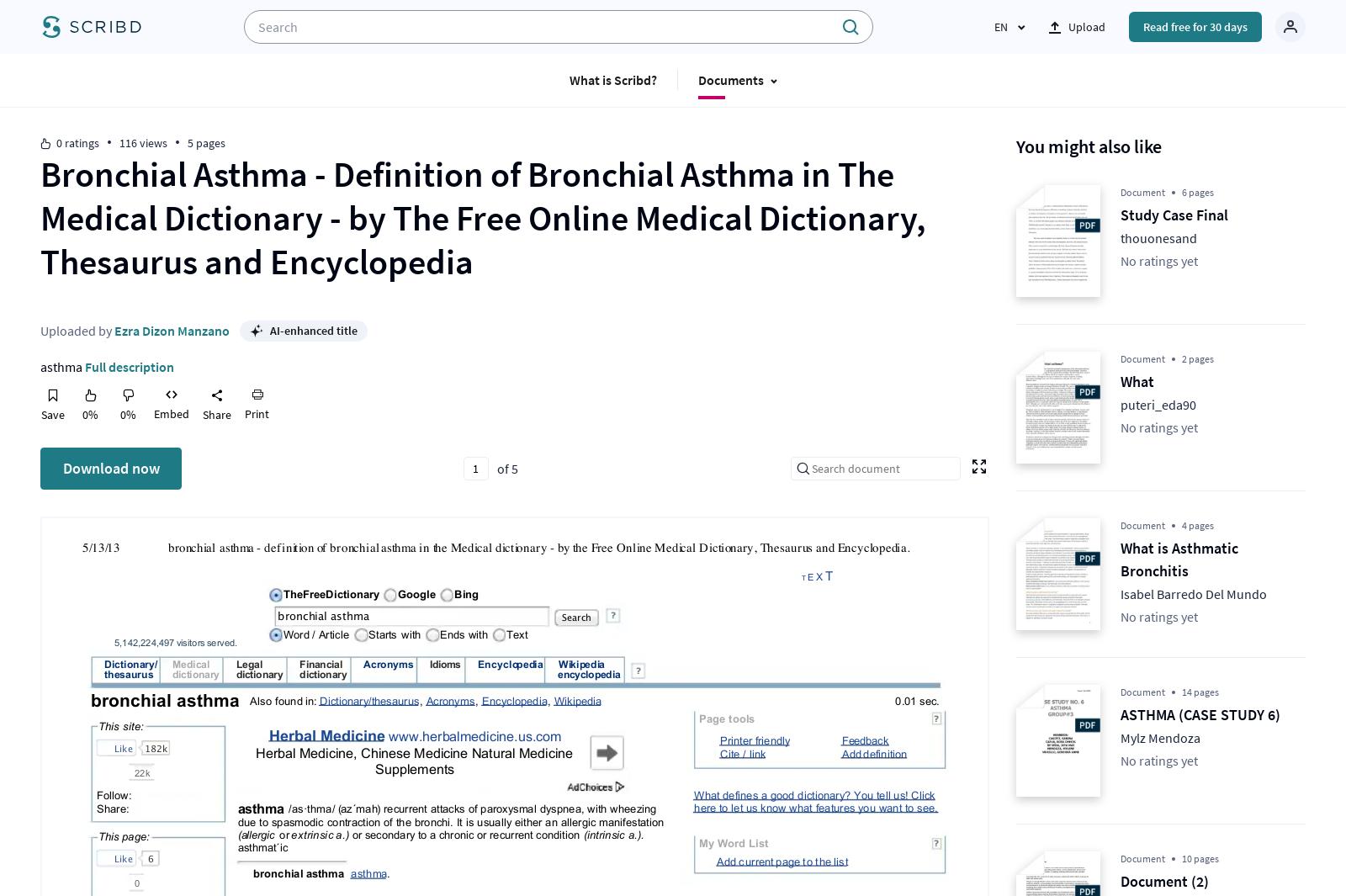 This screenshot has height=896, width=1346. What do you see at coordinates (1200, 858) in the screenshot?
I see `'10 pages'` at bounding box center [1200, 858].